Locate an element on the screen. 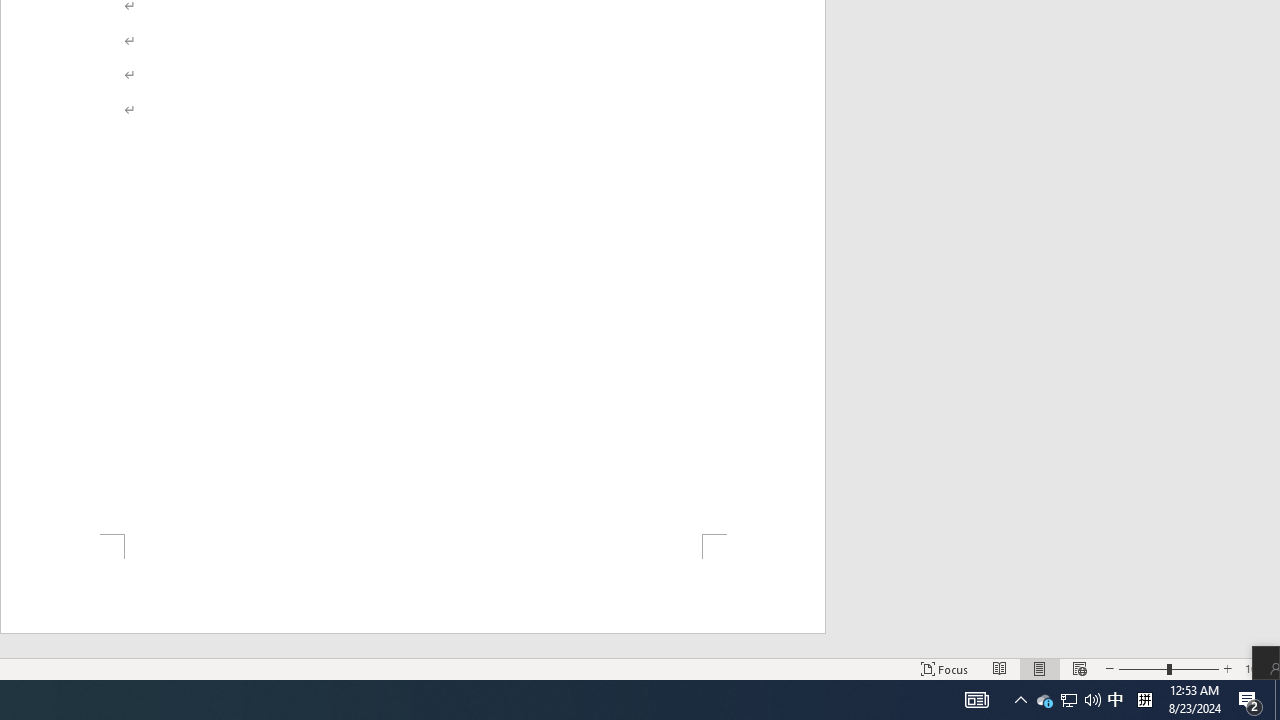  'Zoom Out' is located at coordinates (1143, 669).